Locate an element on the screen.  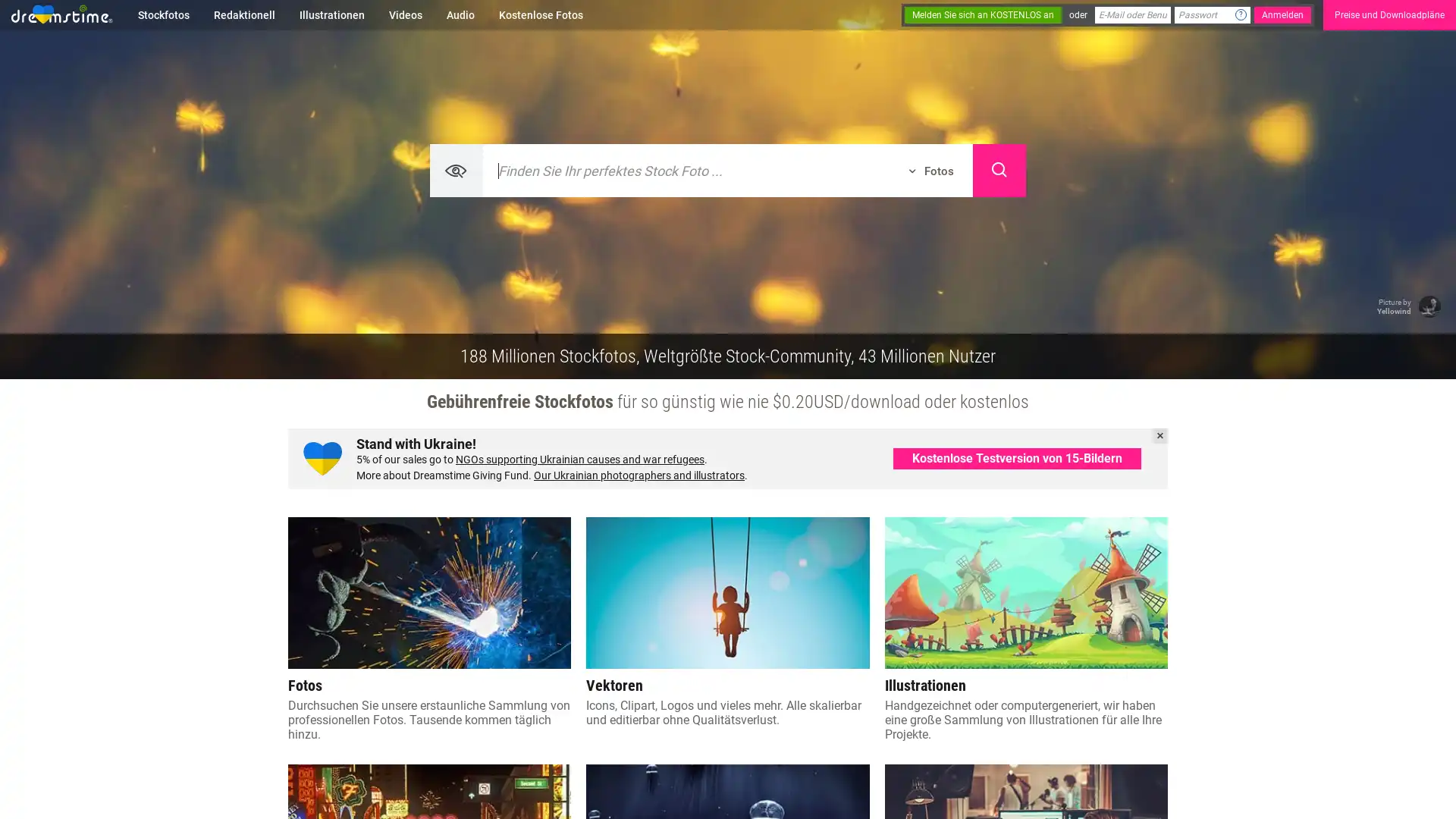
Search is located at coordinates (999, 170).